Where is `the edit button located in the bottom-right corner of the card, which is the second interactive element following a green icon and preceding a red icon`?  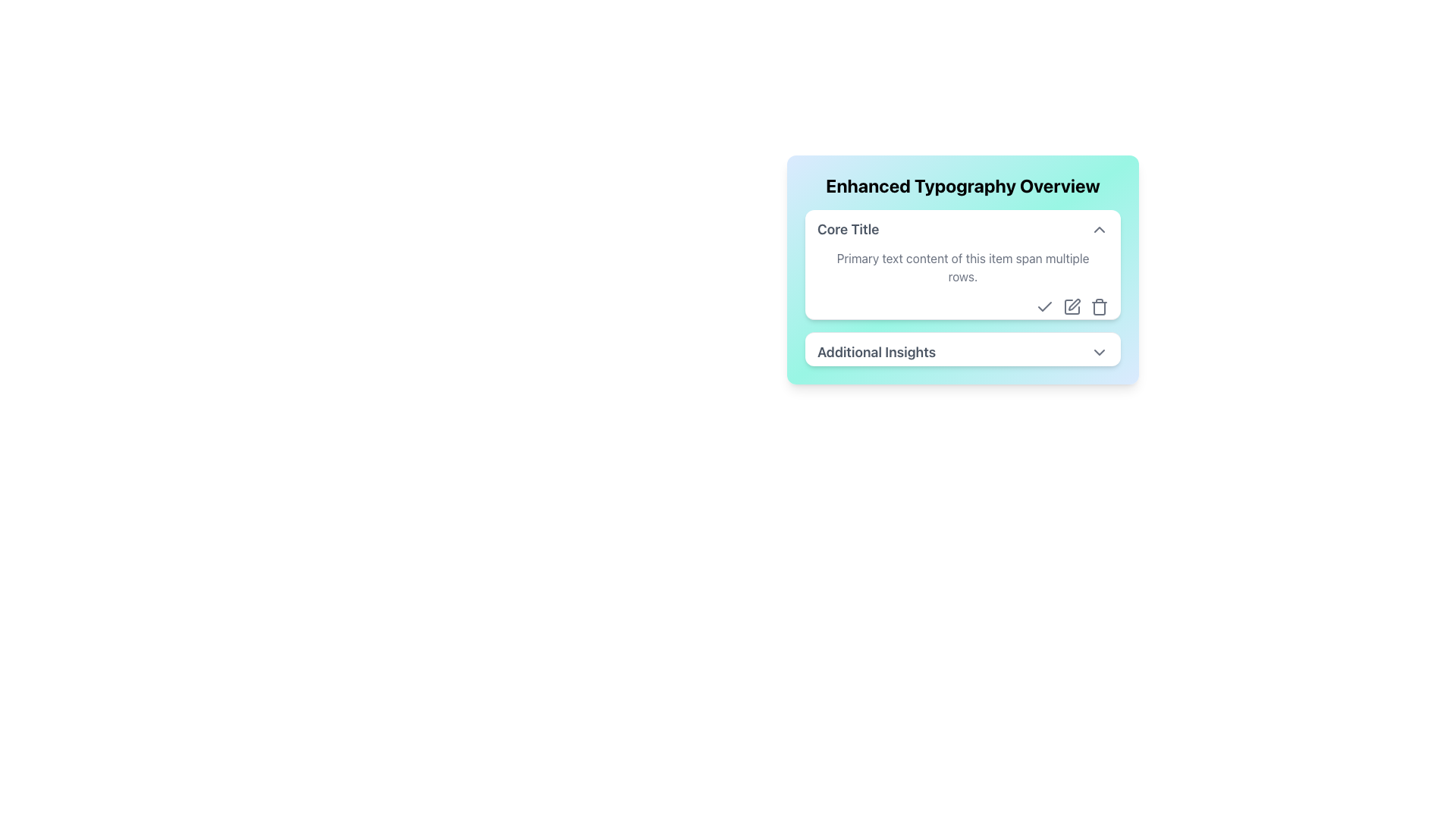
the edit button located in the bottom-right corner of the card, which is the second interactive element following a green icon and preceding a red icon is located at coordinates (1072, 307).